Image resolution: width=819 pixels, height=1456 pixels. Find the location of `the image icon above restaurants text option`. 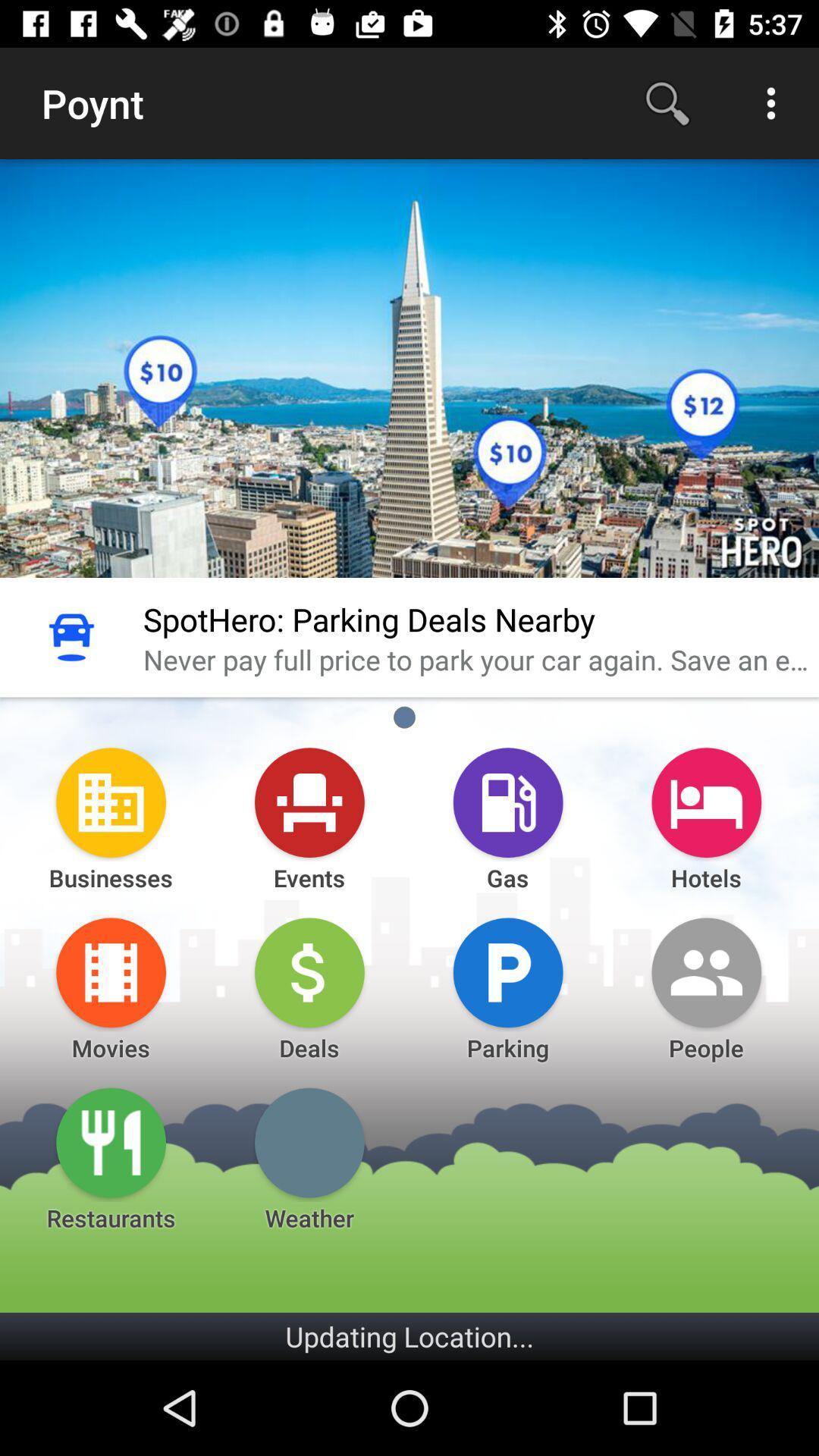

the image icon above restaurants text option is located at coordinates (110, 1143).